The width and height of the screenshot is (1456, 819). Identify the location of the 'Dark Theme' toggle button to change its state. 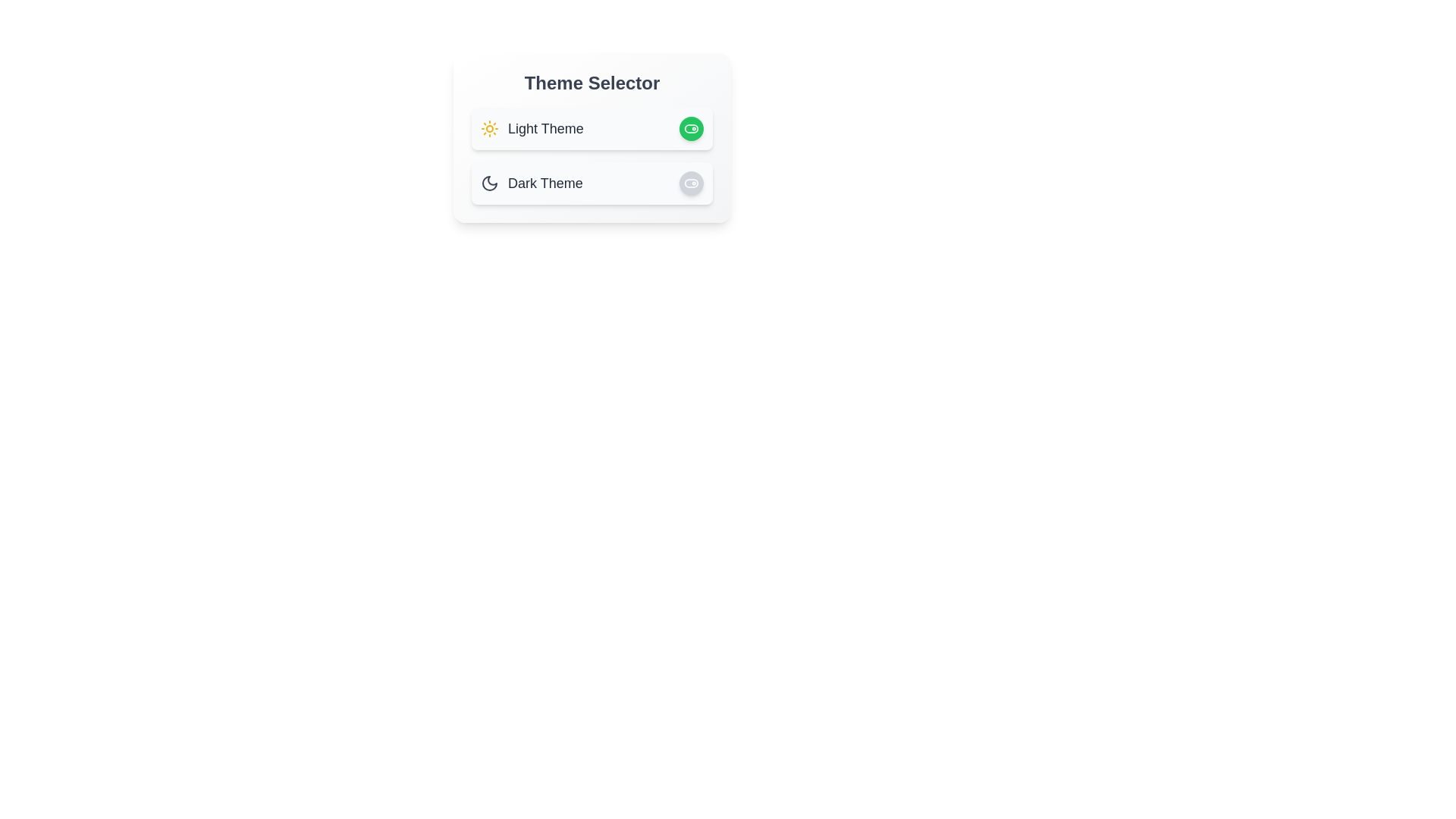
(691, 183).